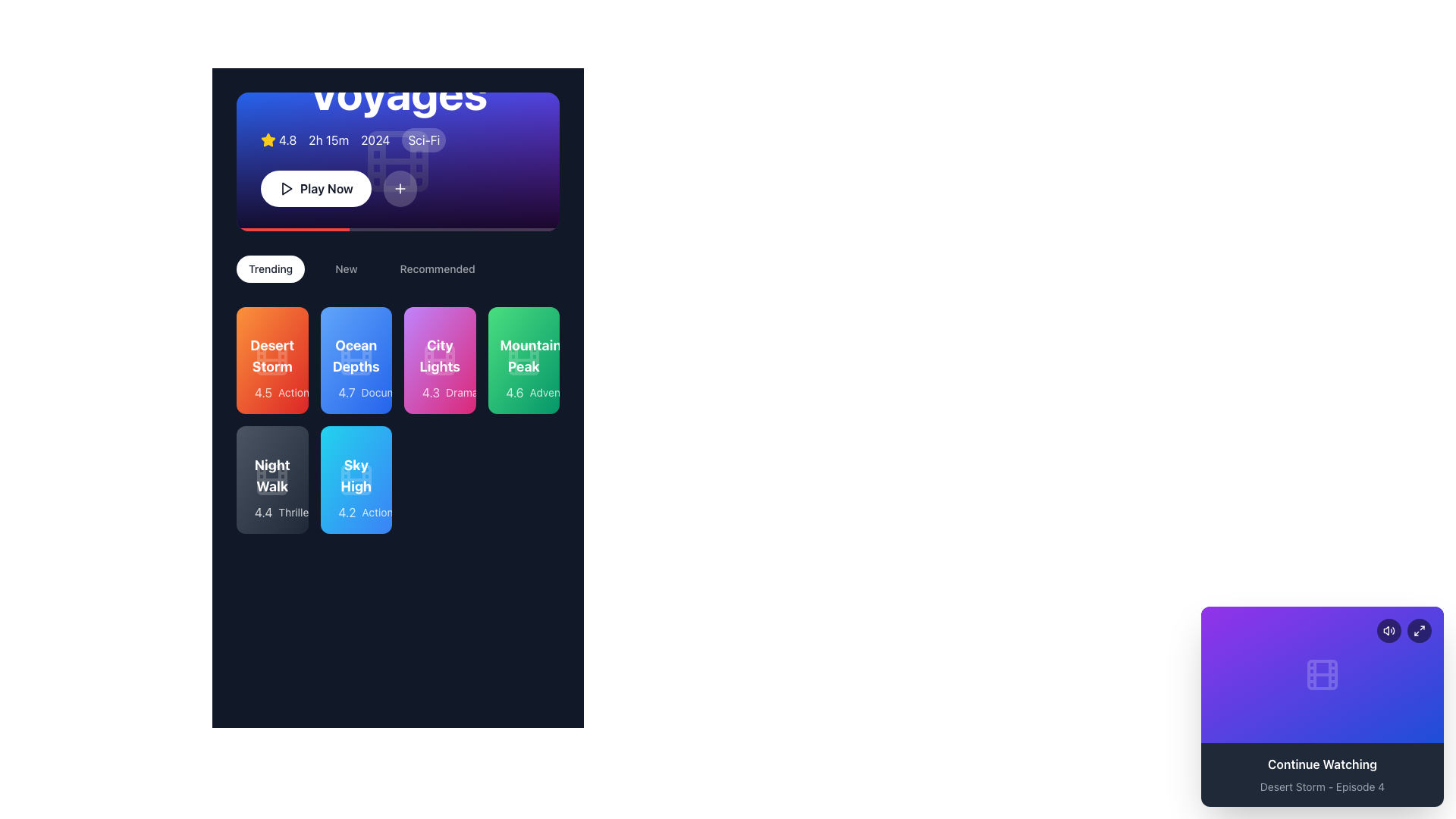  I want to click on the Static Text Label that displays 'Continue Watching', which is styled in bold white text against a dark background and is positioned above the subtitle 'Desert Storm - Episode 4', so click(1321, 764).